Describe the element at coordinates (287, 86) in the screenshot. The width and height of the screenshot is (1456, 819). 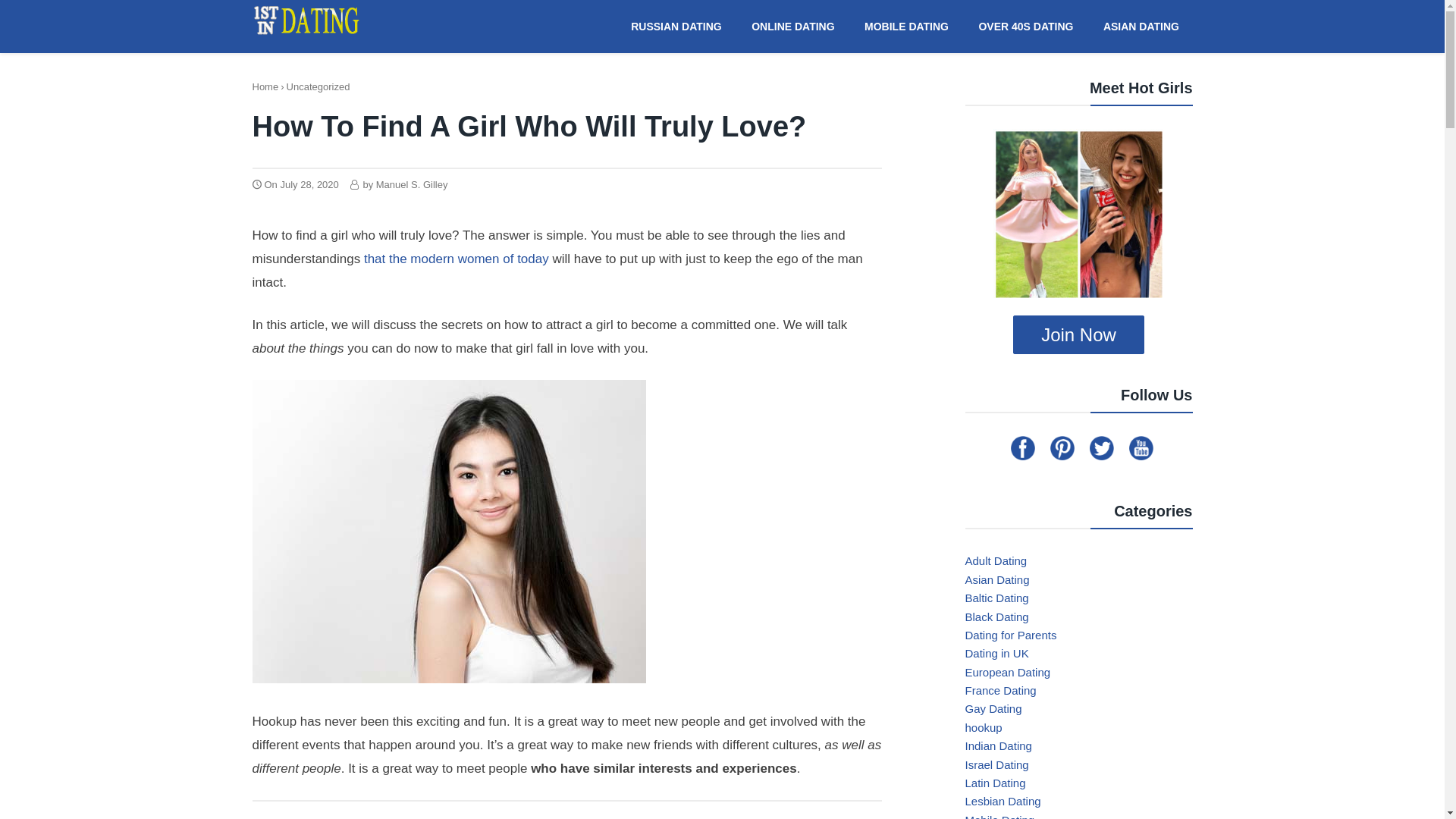
I see `'Uncategorized'` at that location.